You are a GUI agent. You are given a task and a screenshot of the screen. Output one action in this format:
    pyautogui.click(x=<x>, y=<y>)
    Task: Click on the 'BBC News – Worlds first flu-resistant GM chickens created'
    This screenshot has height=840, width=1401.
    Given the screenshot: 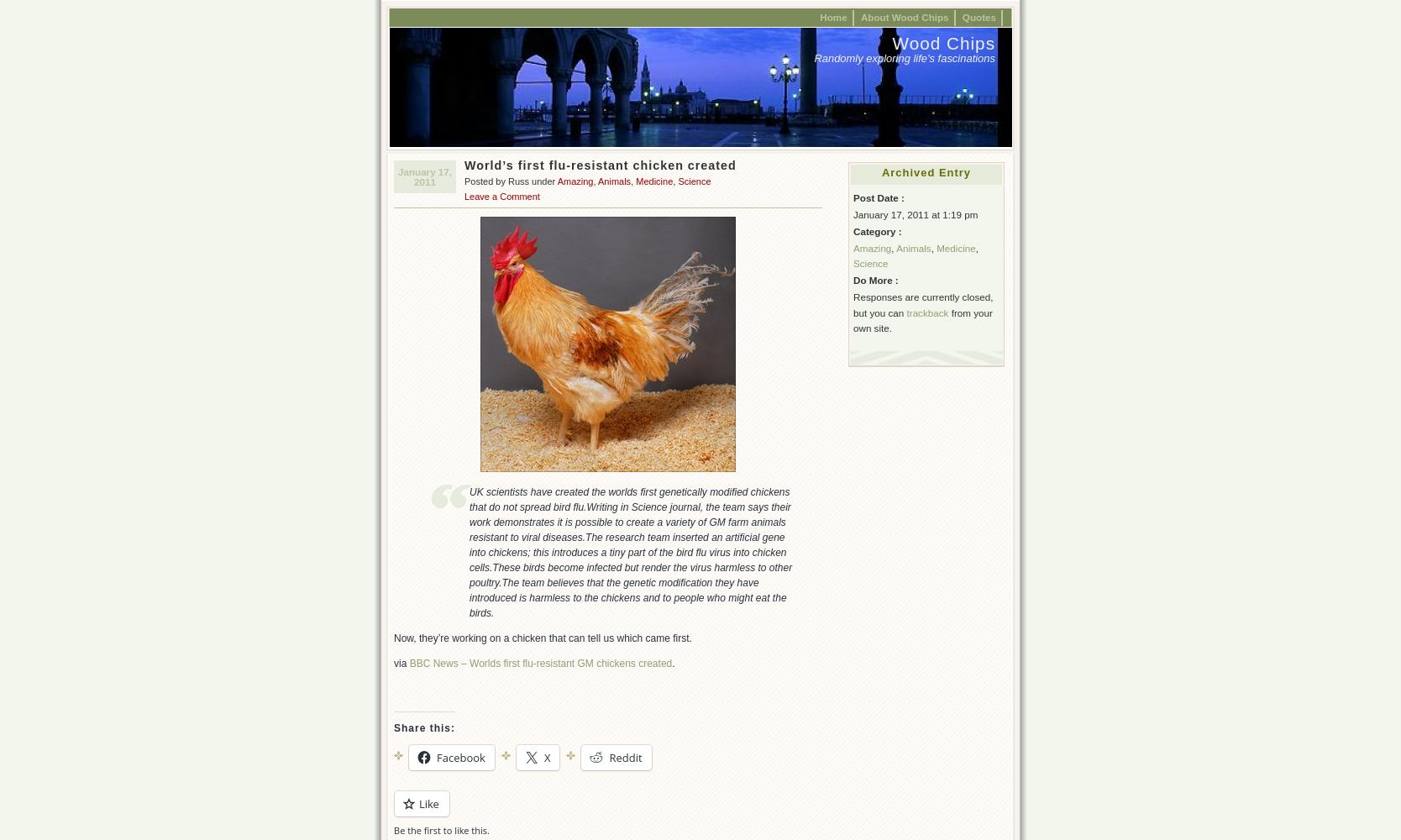 What is the action you would take?
    pyautogui.click(x=539, y=664)
    